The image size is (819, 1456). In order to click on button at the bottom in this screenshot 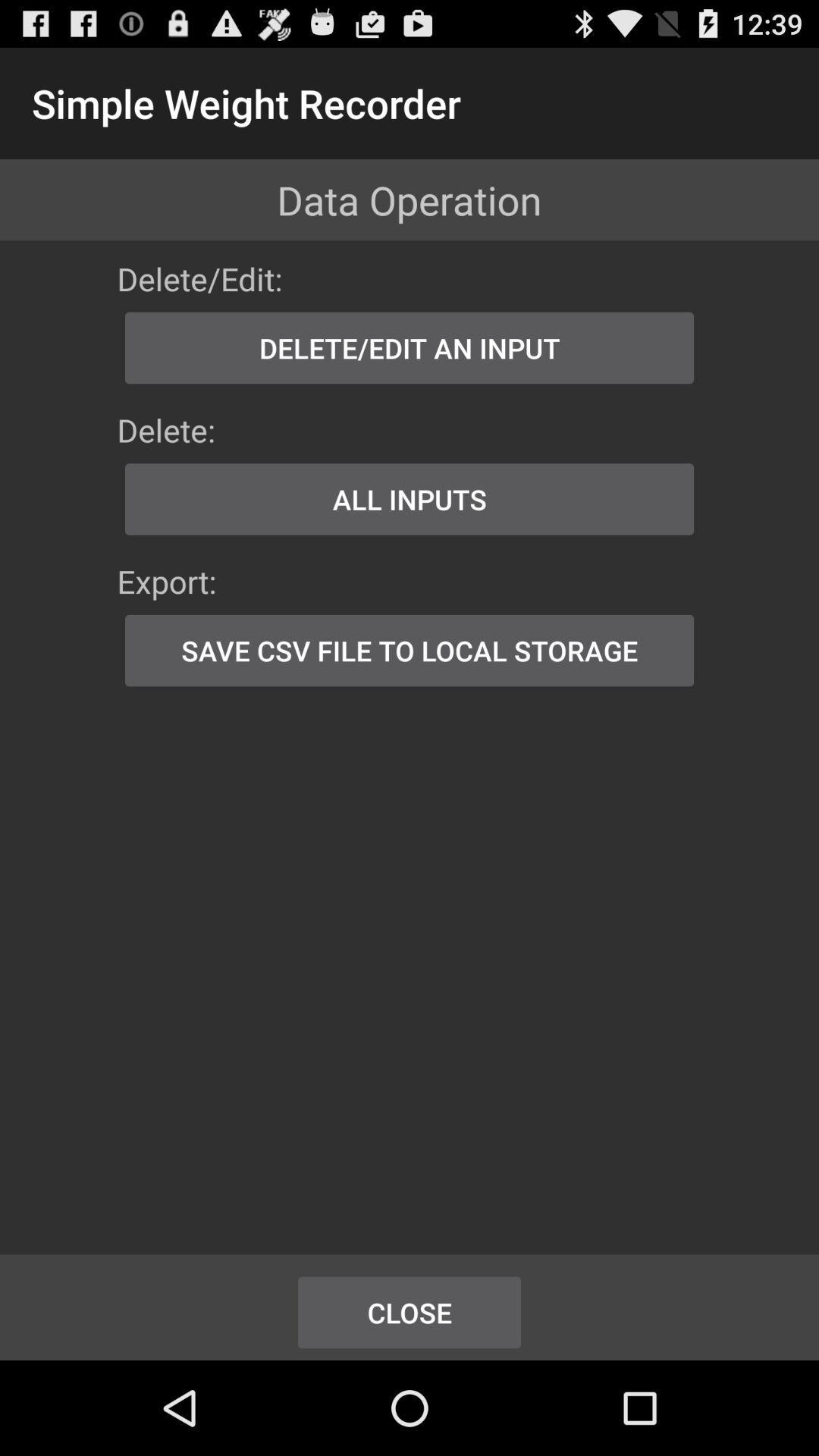, I will do `click(409, 1312)`.